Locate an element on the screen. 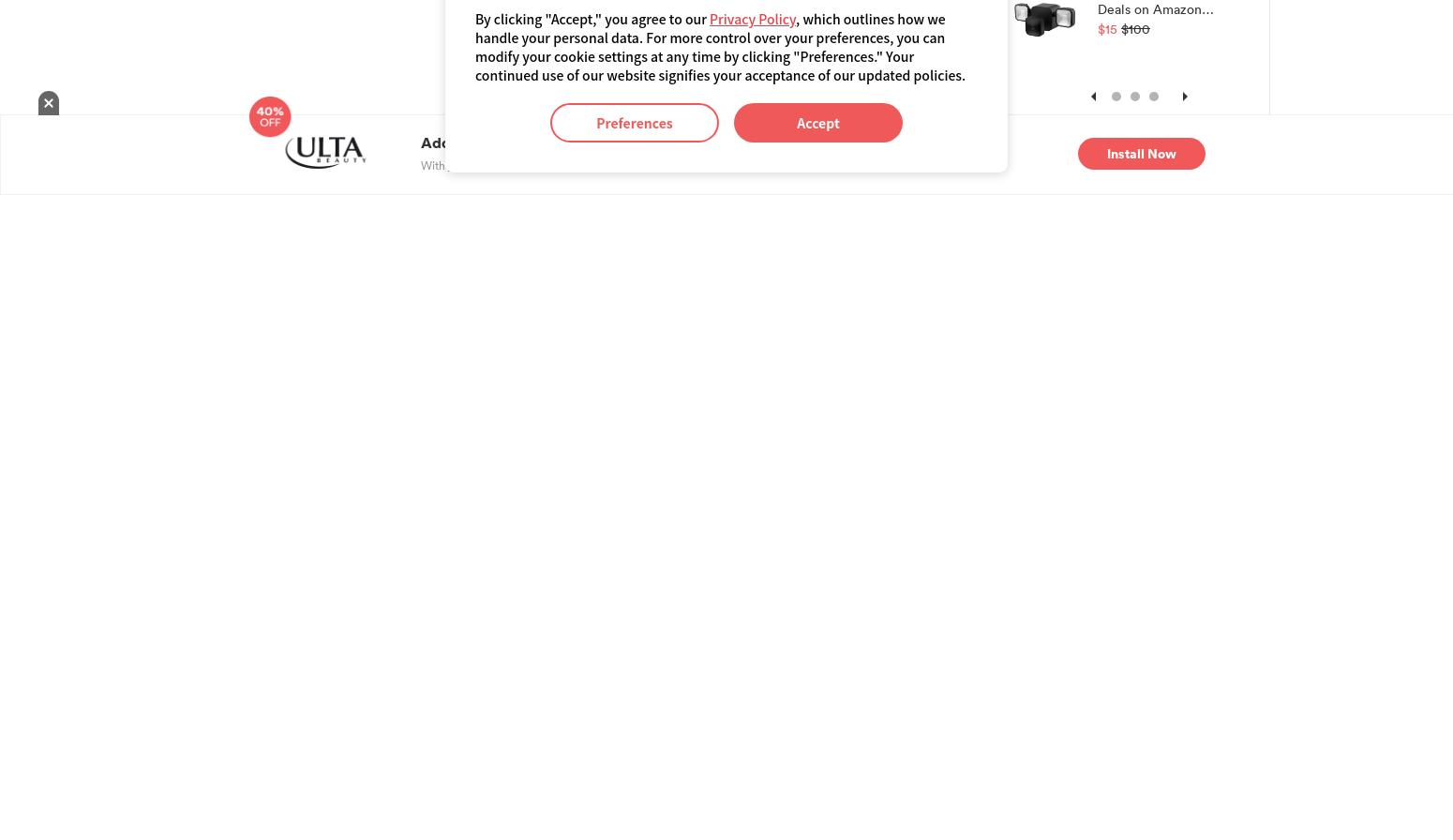 This screenshot has height=840, width=1453. '$431.99' is located at coordinates (605, 455).